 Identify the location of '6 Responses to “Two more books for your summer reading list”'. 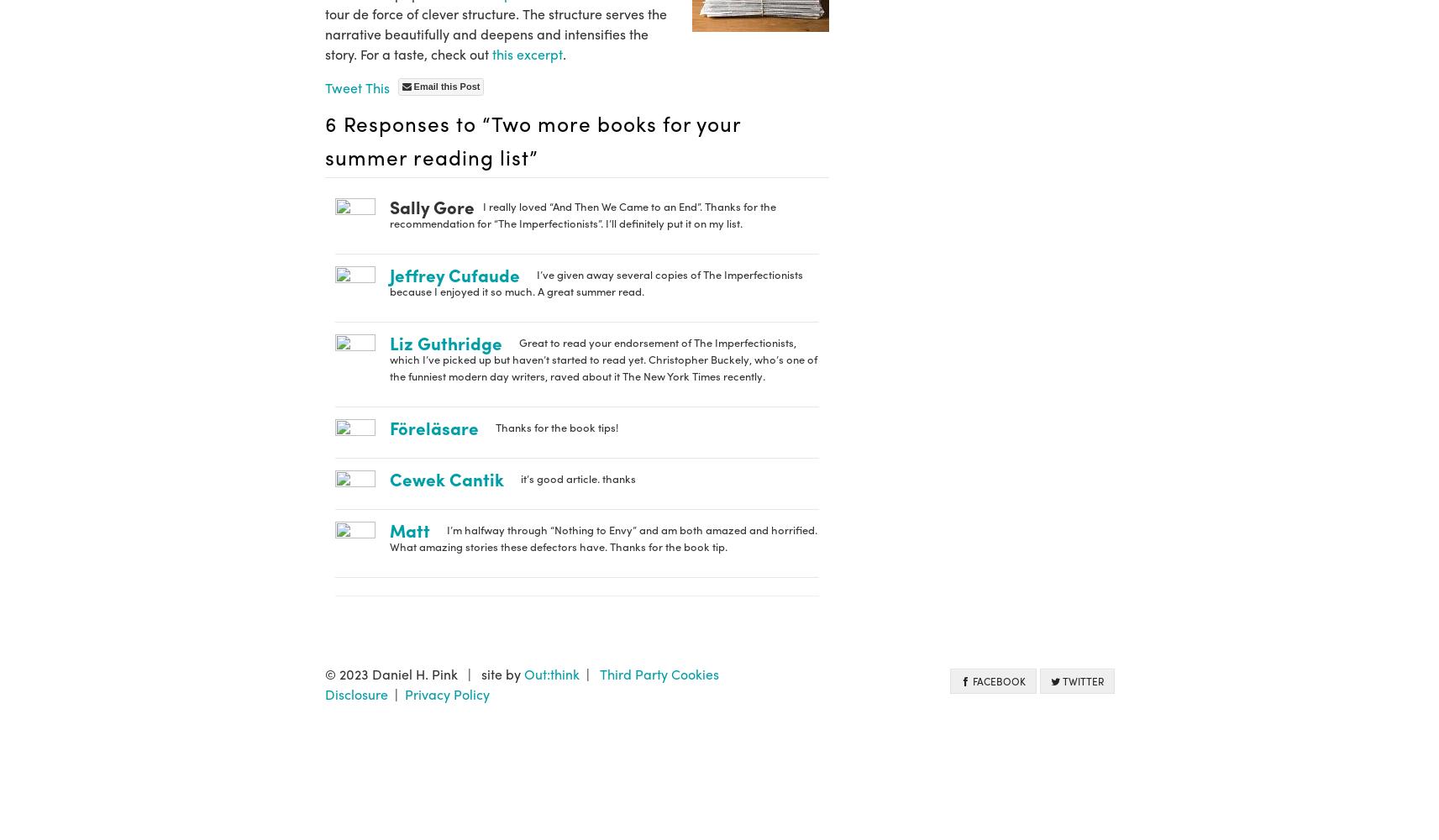
(532, 139).